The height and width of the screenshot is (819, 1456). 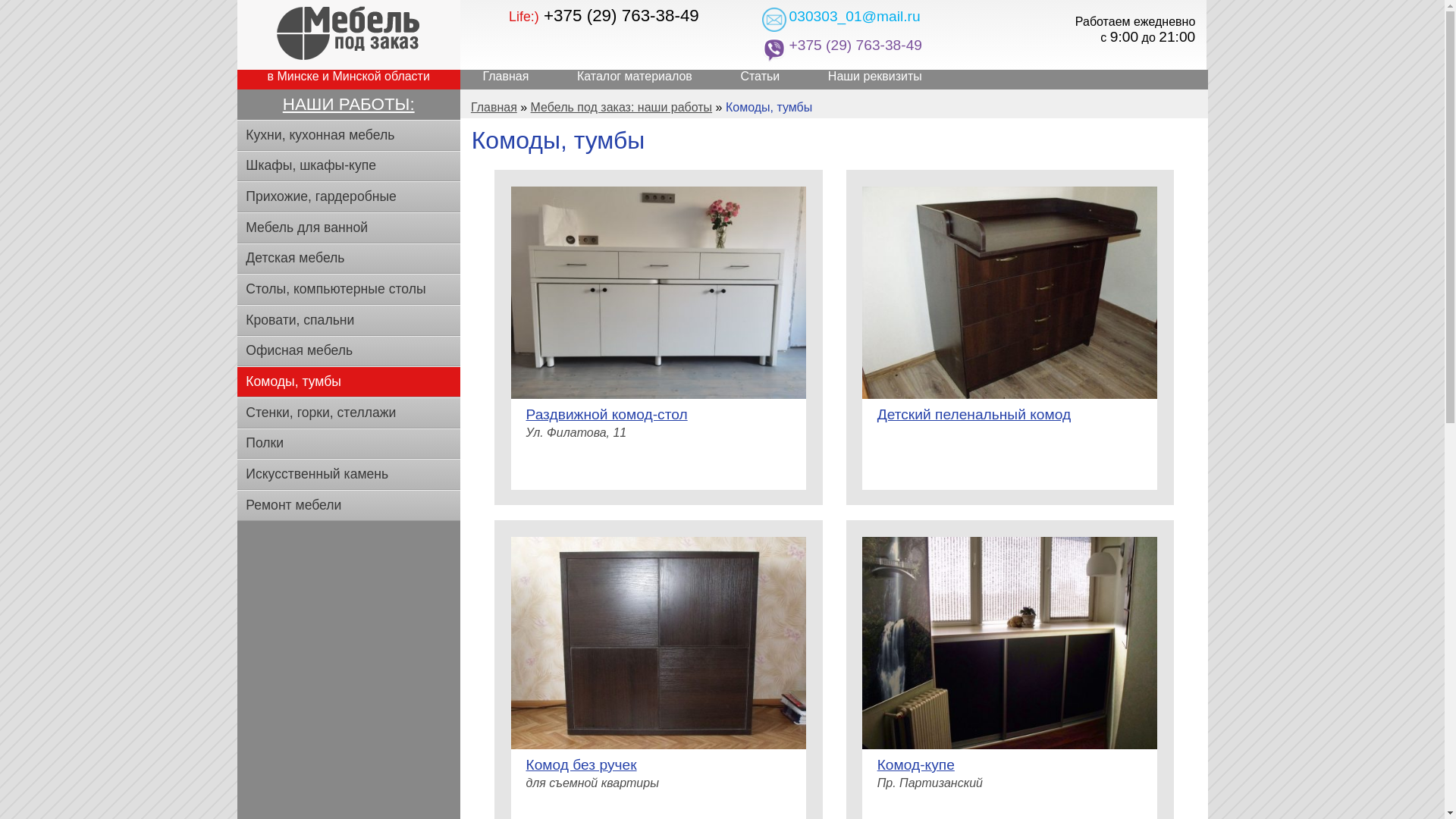 What do you see at coordinates (871, 43) in the screenshot?
I see `'+375 (29) 763-38-49'` at bounding box center [871, 43].